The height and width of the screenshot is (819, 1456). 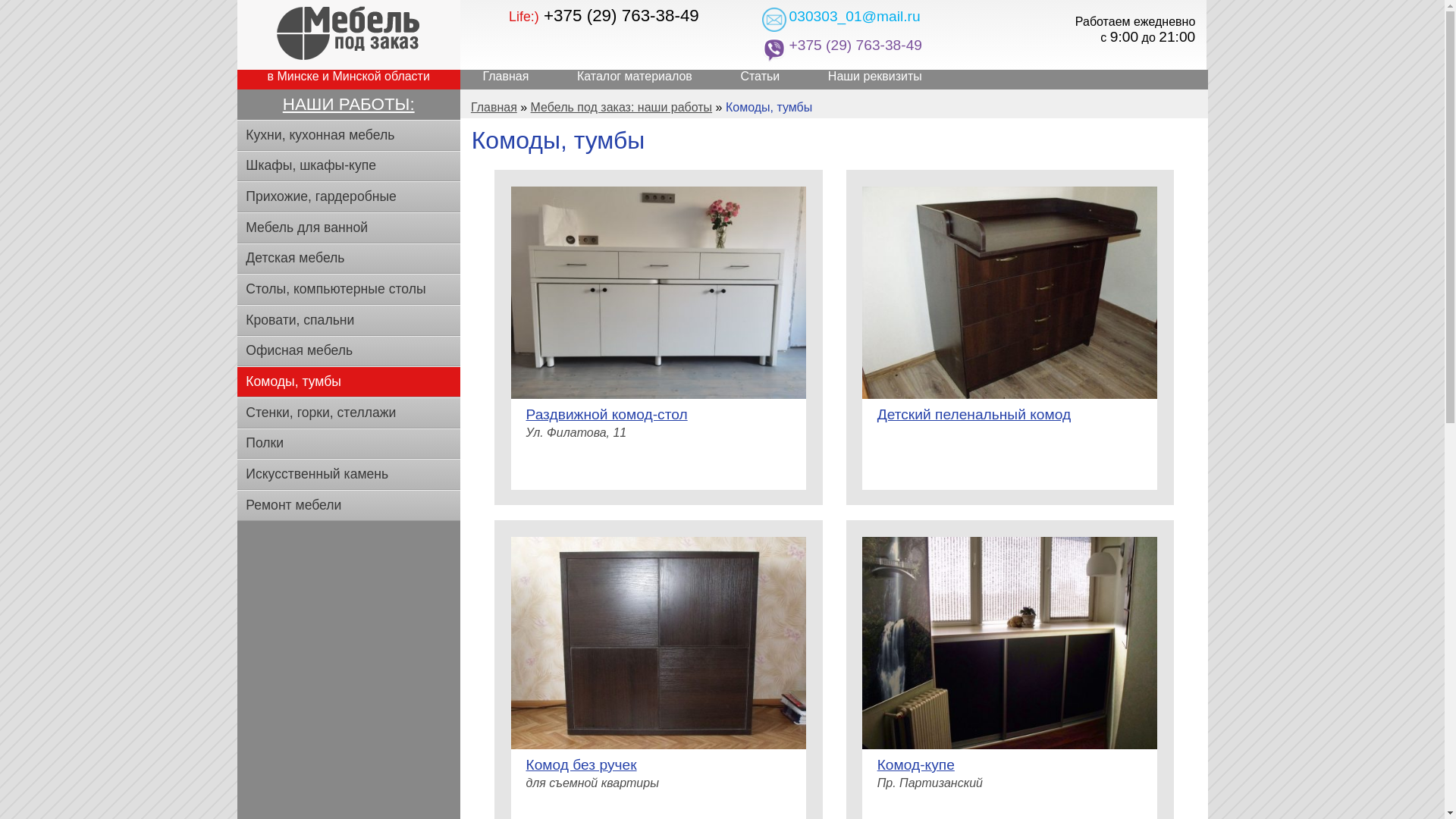 What do you see at coordinates (871, 43) in the screenshot?
I see `'+375 (29) 763-38-49'` at bounding box center [871, 43].